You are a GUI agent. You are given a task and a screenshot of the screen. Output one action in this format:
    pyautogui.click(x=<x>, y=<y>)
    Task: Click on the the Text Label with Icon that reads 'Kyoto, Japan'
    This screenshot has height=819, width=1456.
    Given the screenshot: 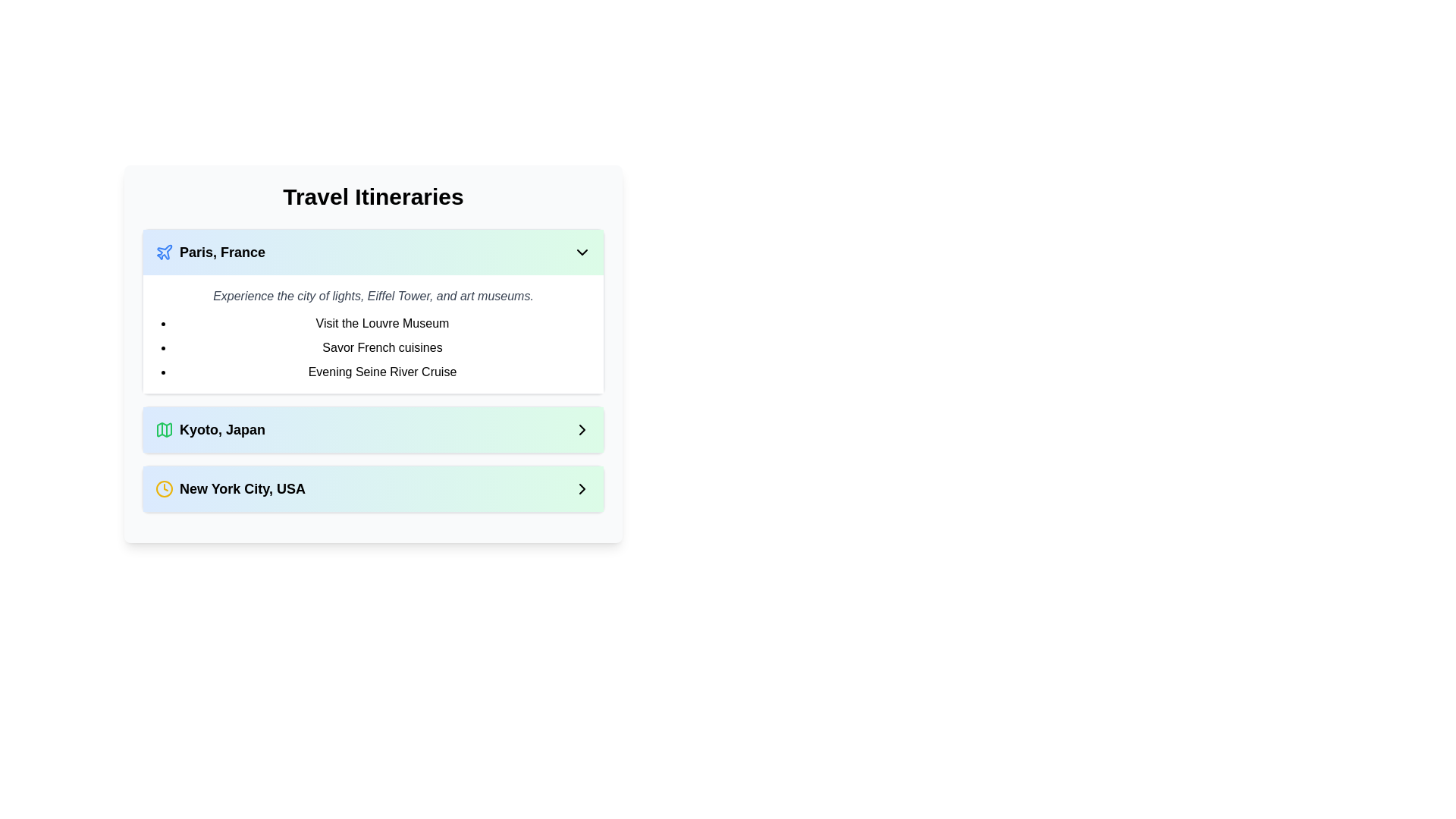 What is the action you would take?
    pyautogui.click(x=209, y=430)
    